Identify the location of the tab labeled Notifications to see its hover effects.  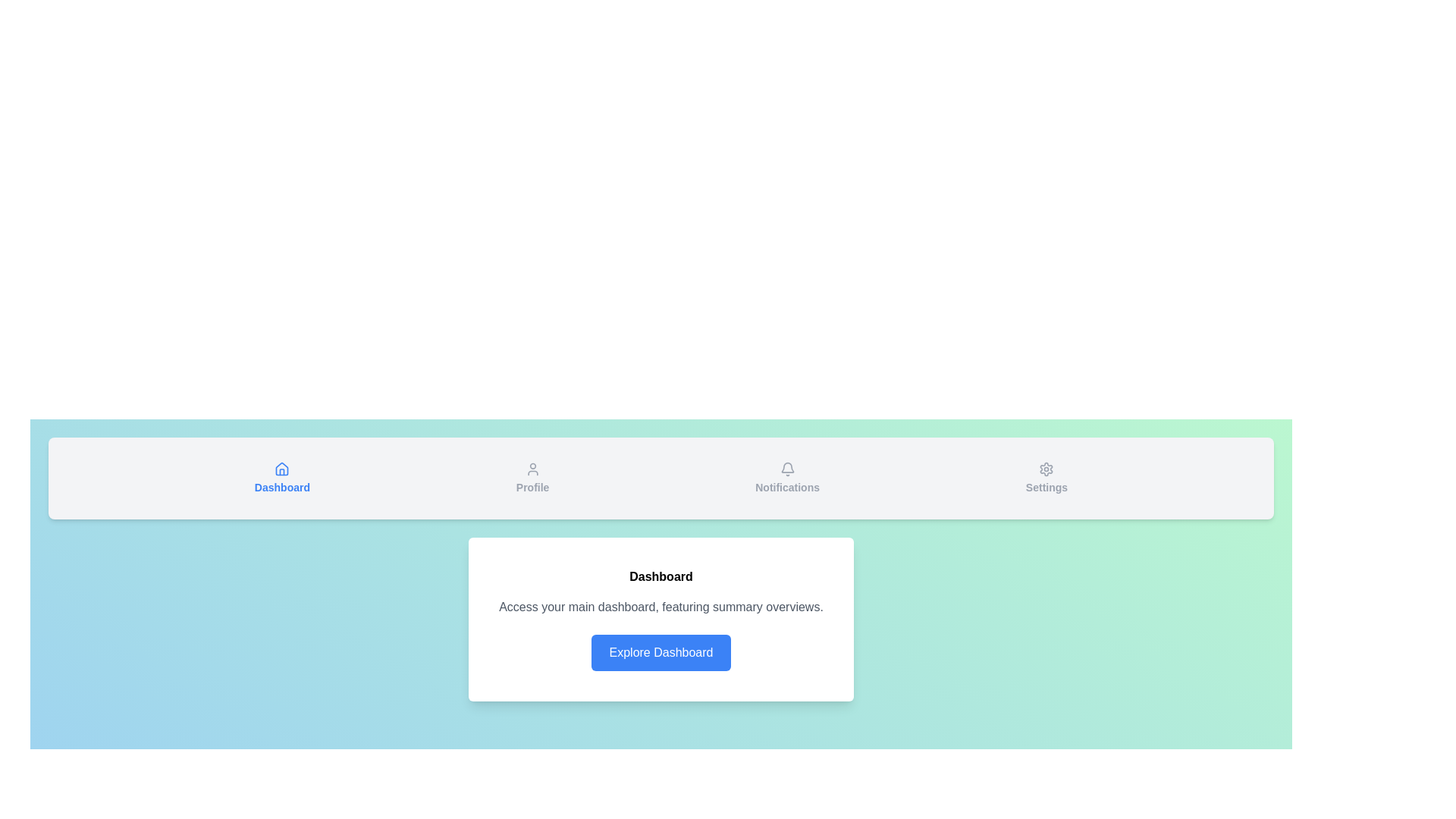
(787, 479).